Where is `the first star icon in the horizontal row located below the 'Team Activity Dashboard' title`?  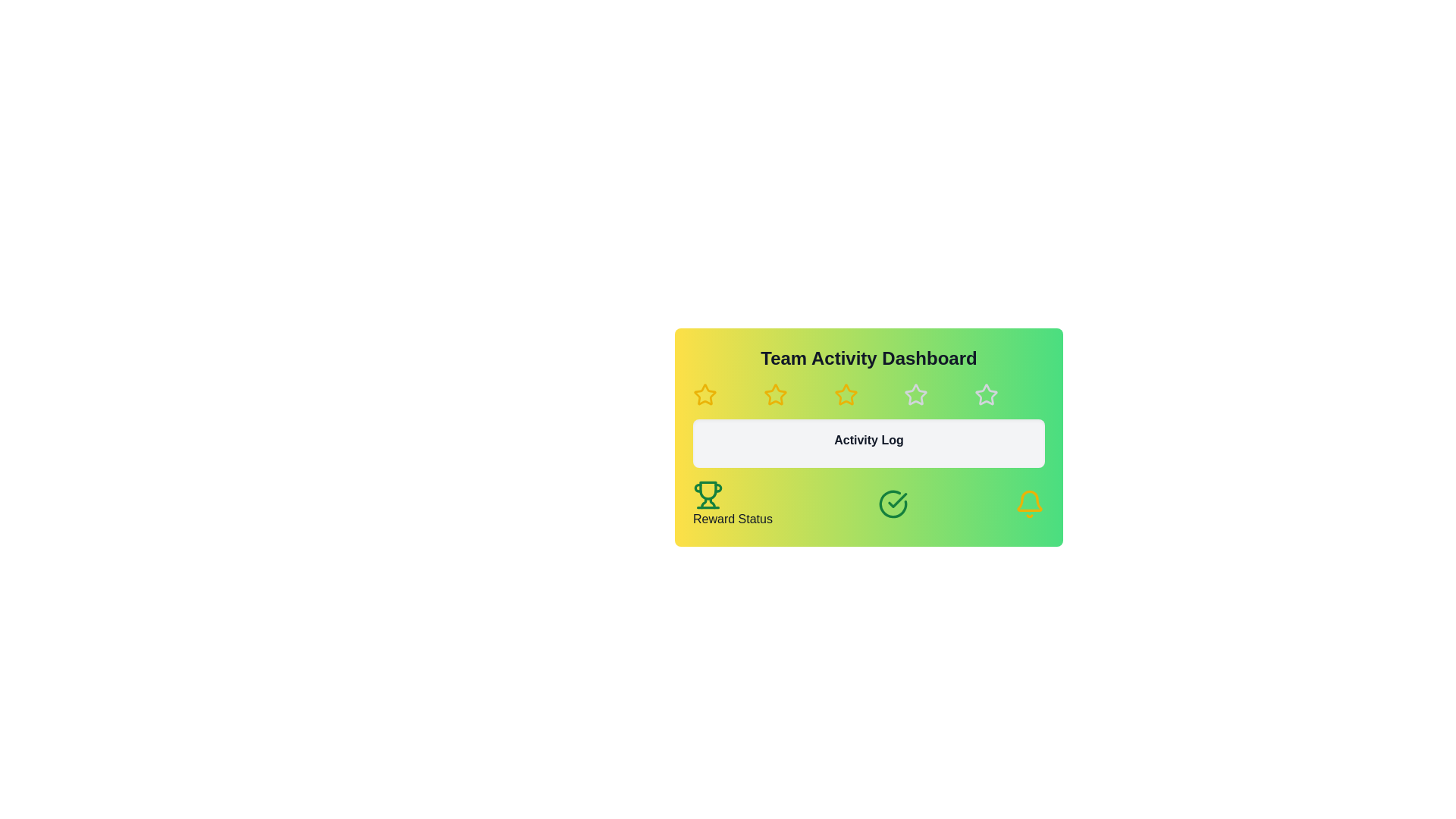 the first star icon in the horizontal row located below the 'Team Activity Dashboard' title is located at coordinates (704, 394).